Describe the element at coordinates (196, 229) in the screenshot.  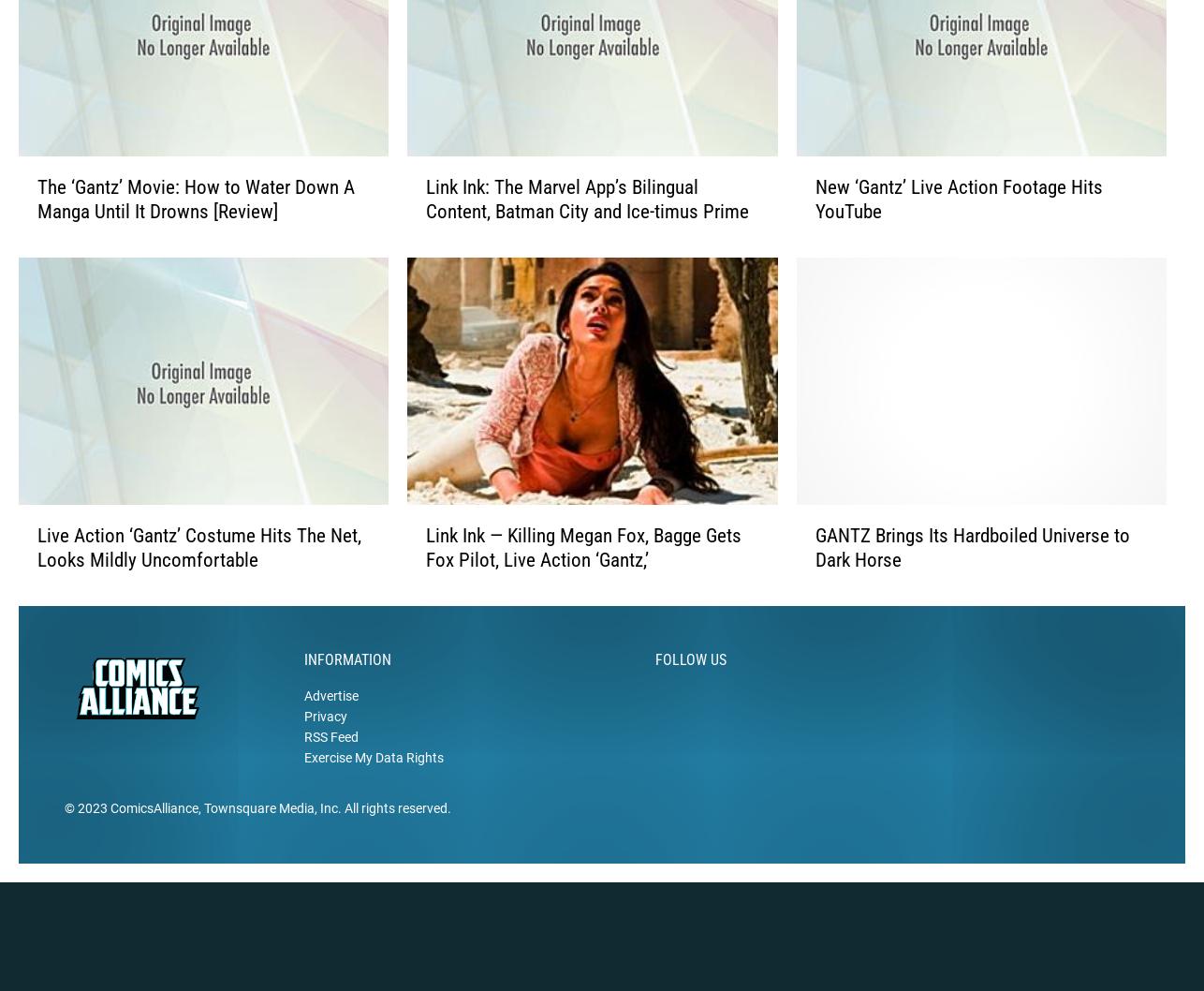
I see `'The ‘Gantz’ Movie: How to Water Down A Manga Until It Drowns [Review]'` at that location.